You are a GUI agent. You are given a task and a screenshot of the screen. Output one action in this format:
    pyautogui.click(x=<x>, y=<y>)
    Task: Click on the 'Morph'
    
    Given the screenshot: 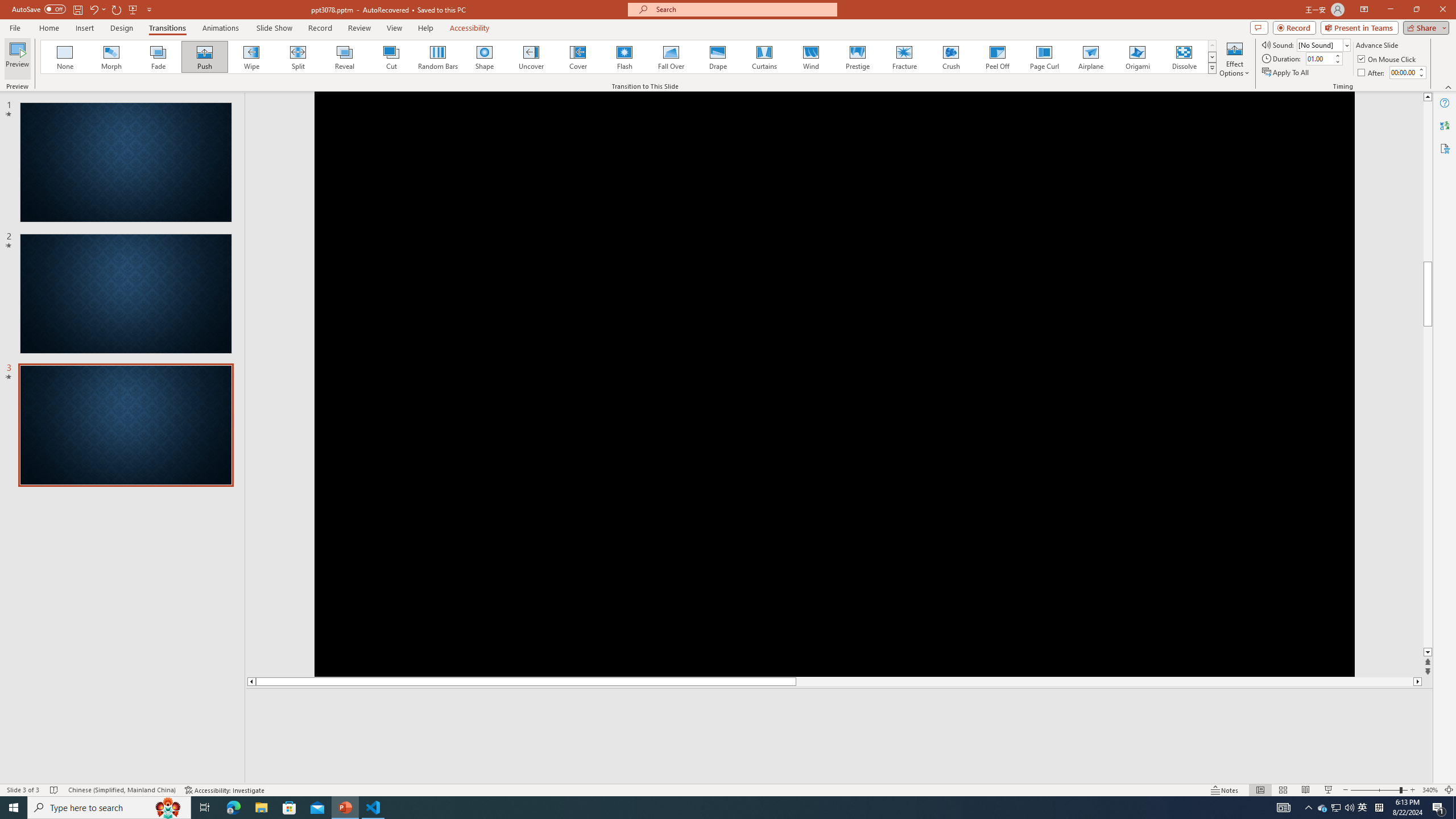 What is the action you would take?
    pyautogui.click(x=111, y=56)
    